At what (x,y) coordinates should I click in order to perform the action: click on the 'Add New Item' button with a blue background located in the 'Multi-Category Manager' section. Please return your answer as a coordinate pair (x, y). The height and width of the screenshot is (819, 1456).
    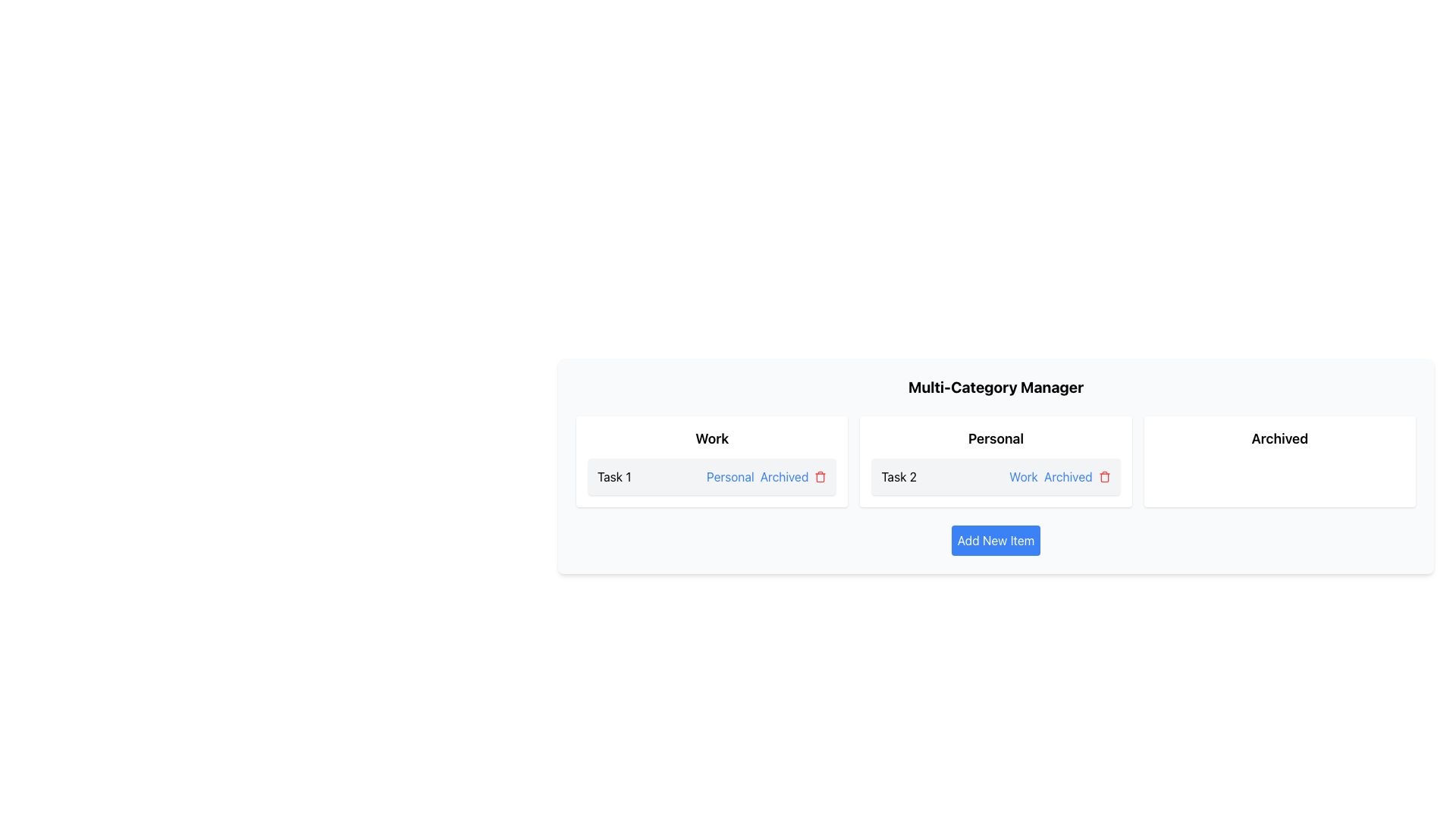
    Looking at the image, I should click on (996, 540).